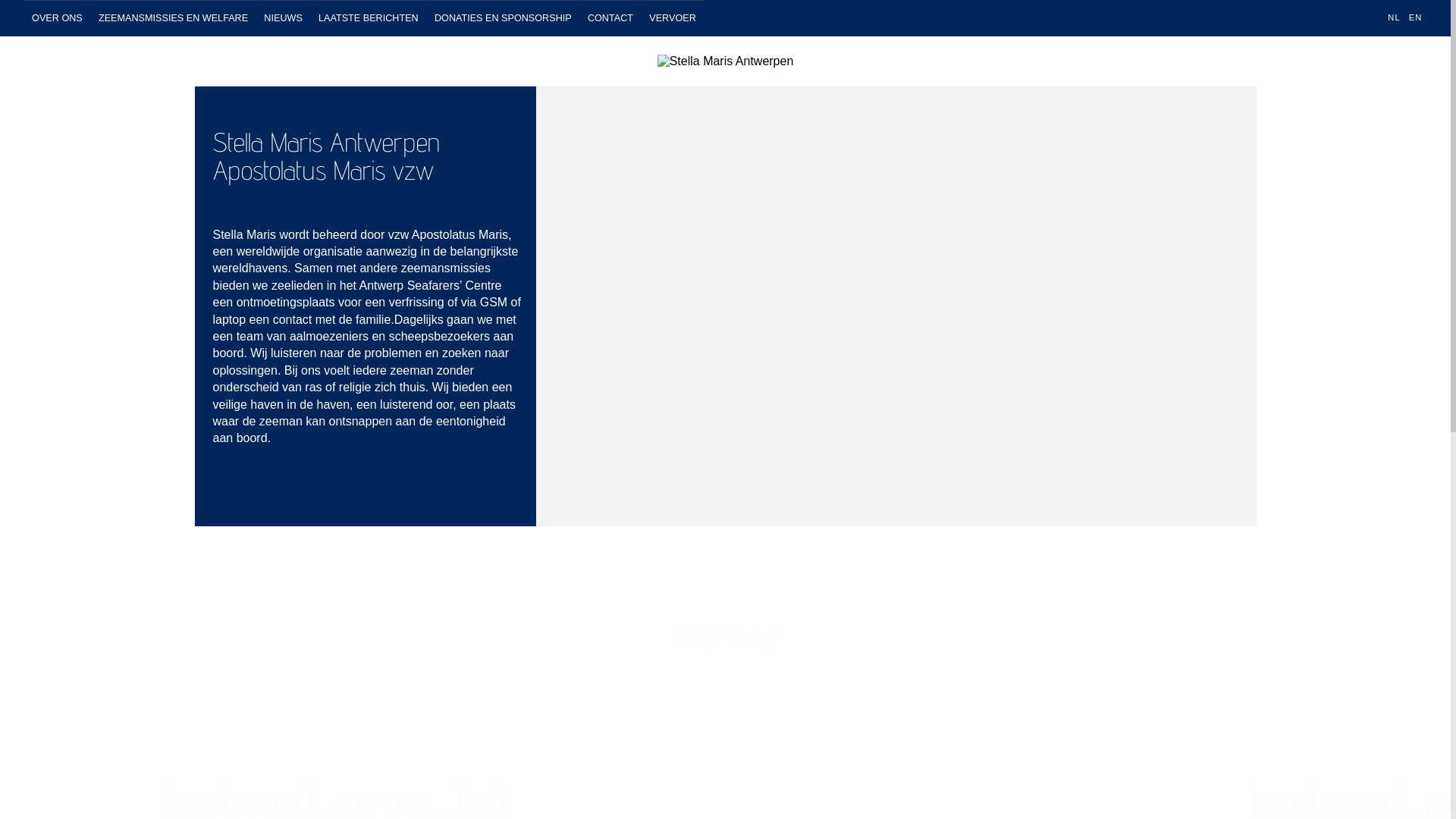  What do you see at coordinates (1394, 17) in the screenshot?
I see `'NL'` at bounding box center [1394, 17].